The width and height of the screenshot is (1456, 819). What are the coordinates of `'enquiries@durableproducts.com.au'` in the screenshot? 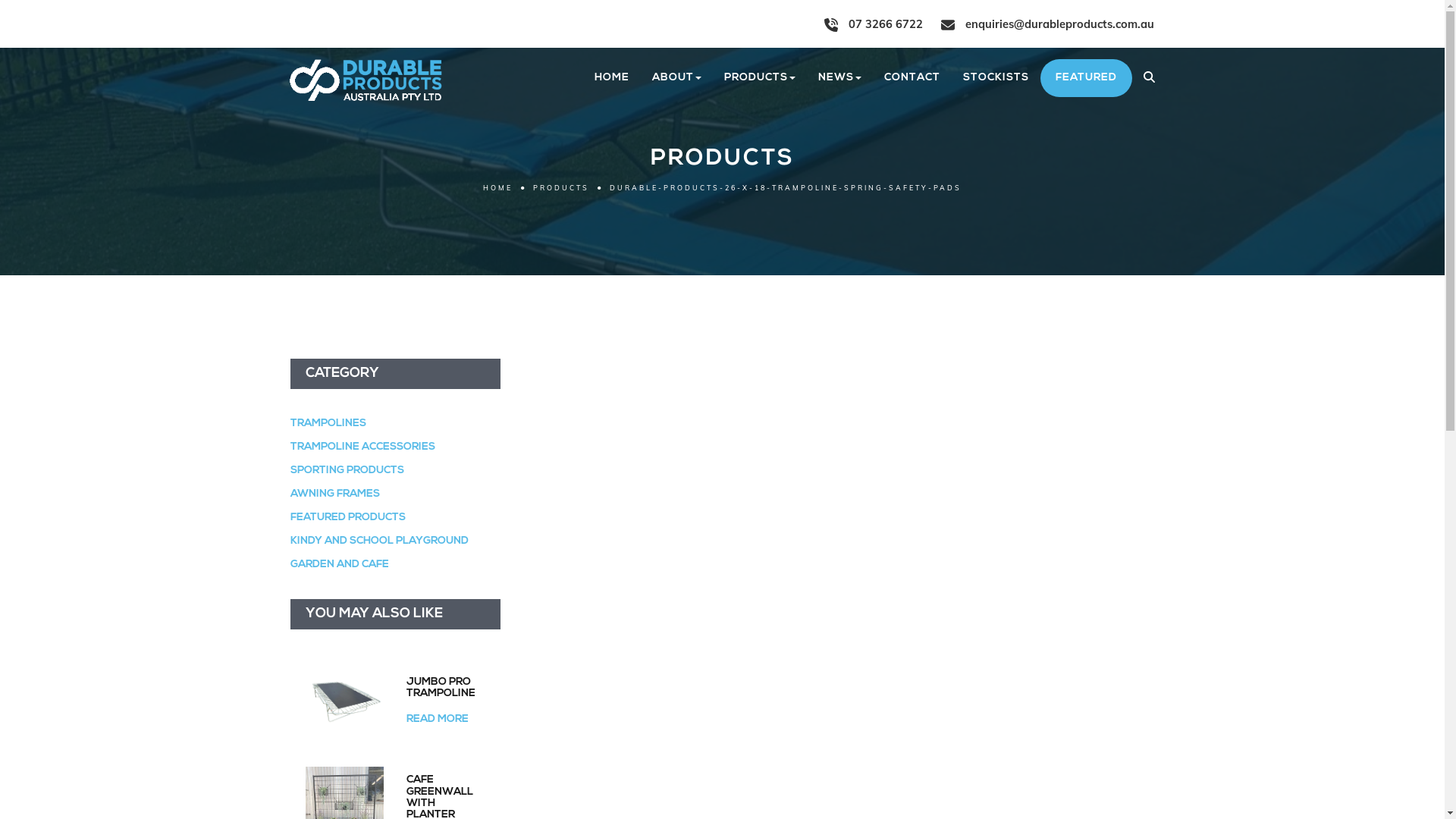 It's located at (1046, 24).